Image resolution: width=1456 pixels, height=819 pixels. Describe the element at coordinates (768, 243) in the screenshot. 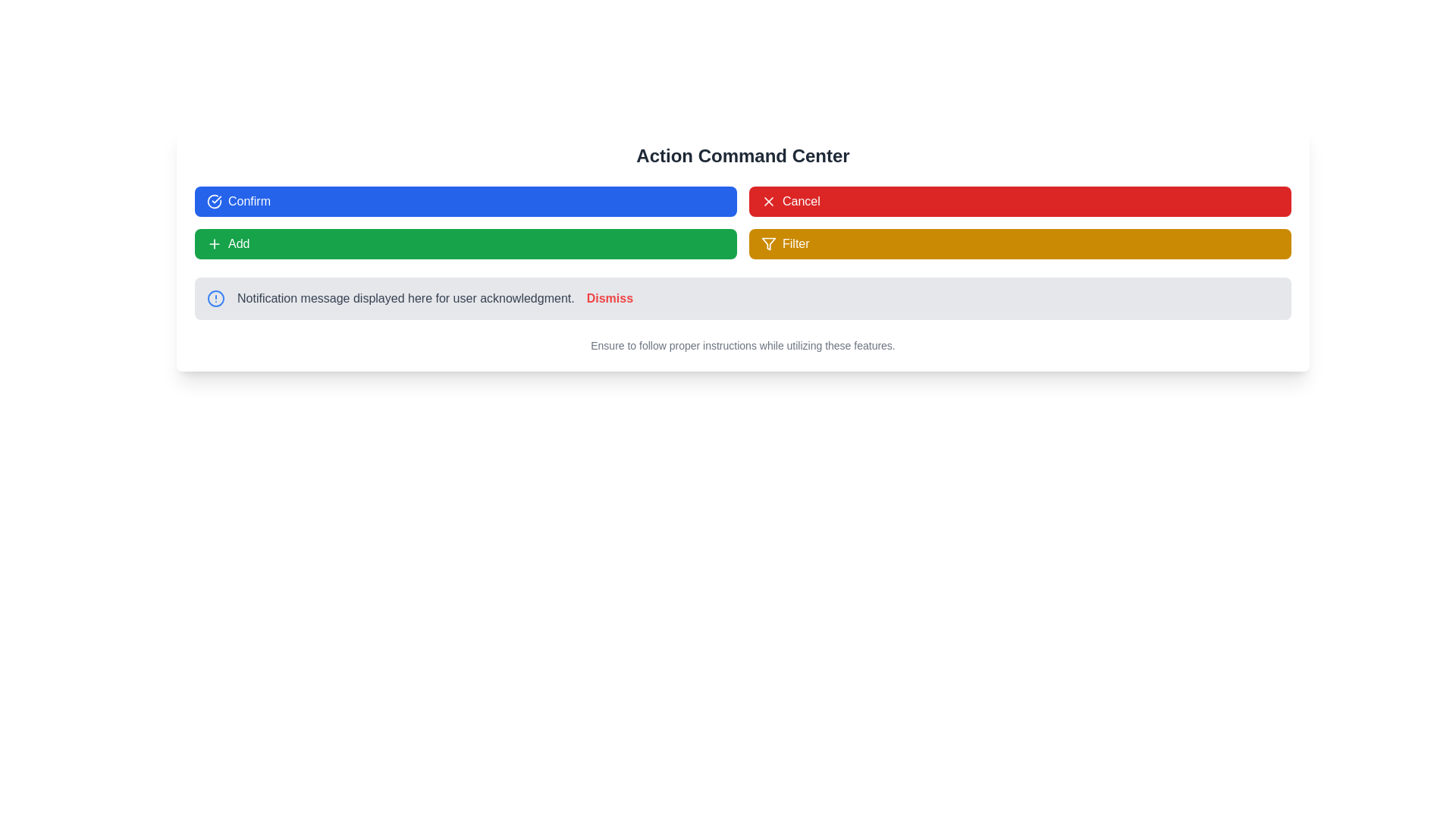

I see `the funnel icon representing filter functionality, located within the 'Filter' button on the right side of the second row of action buttons below the 'Action Command Center' heading` at that location.